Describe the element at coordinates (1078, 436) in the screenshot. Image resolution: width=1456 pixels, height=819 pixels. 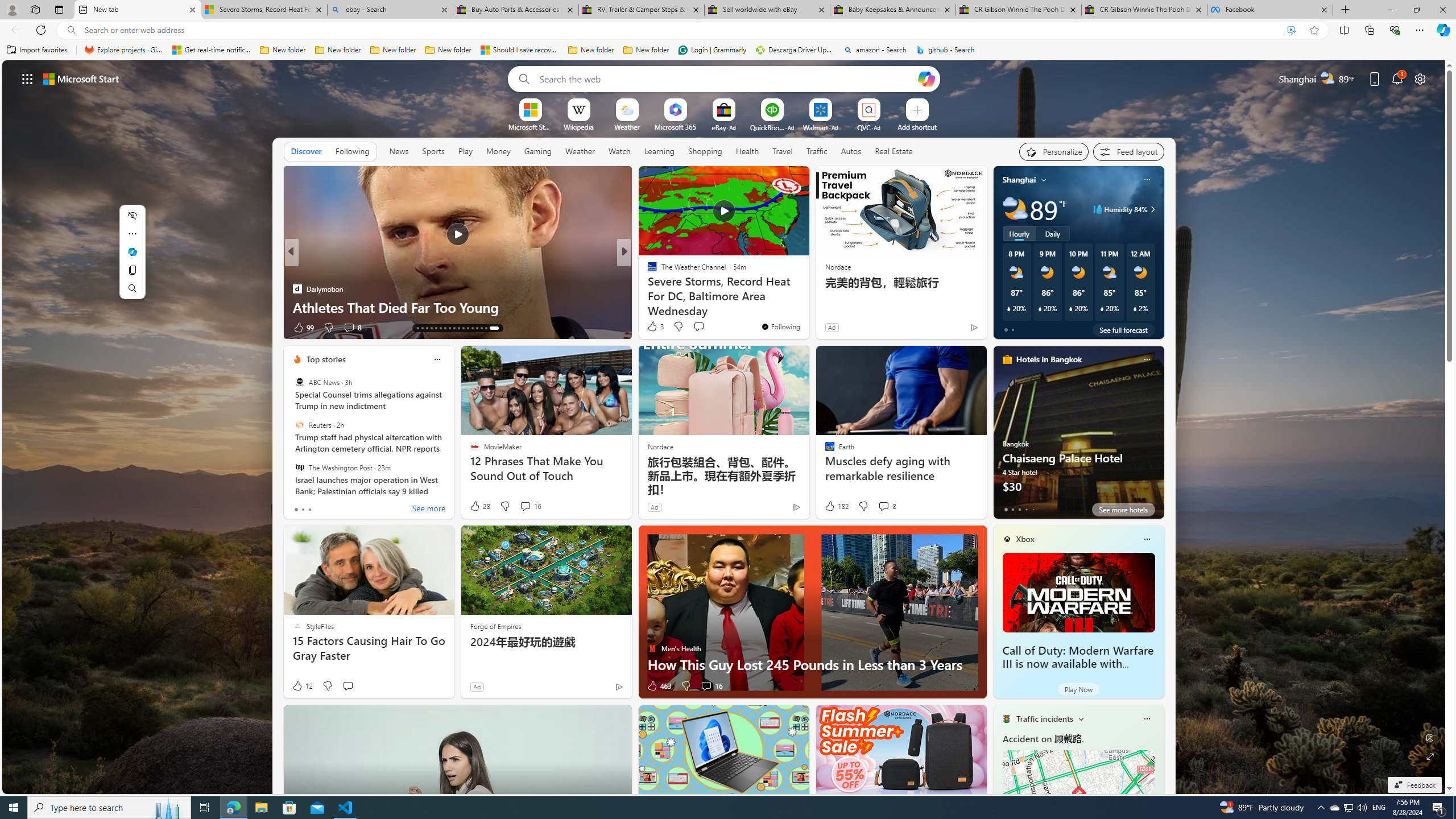
I see `'Chaisaeng Palace Hotel'` at that location.